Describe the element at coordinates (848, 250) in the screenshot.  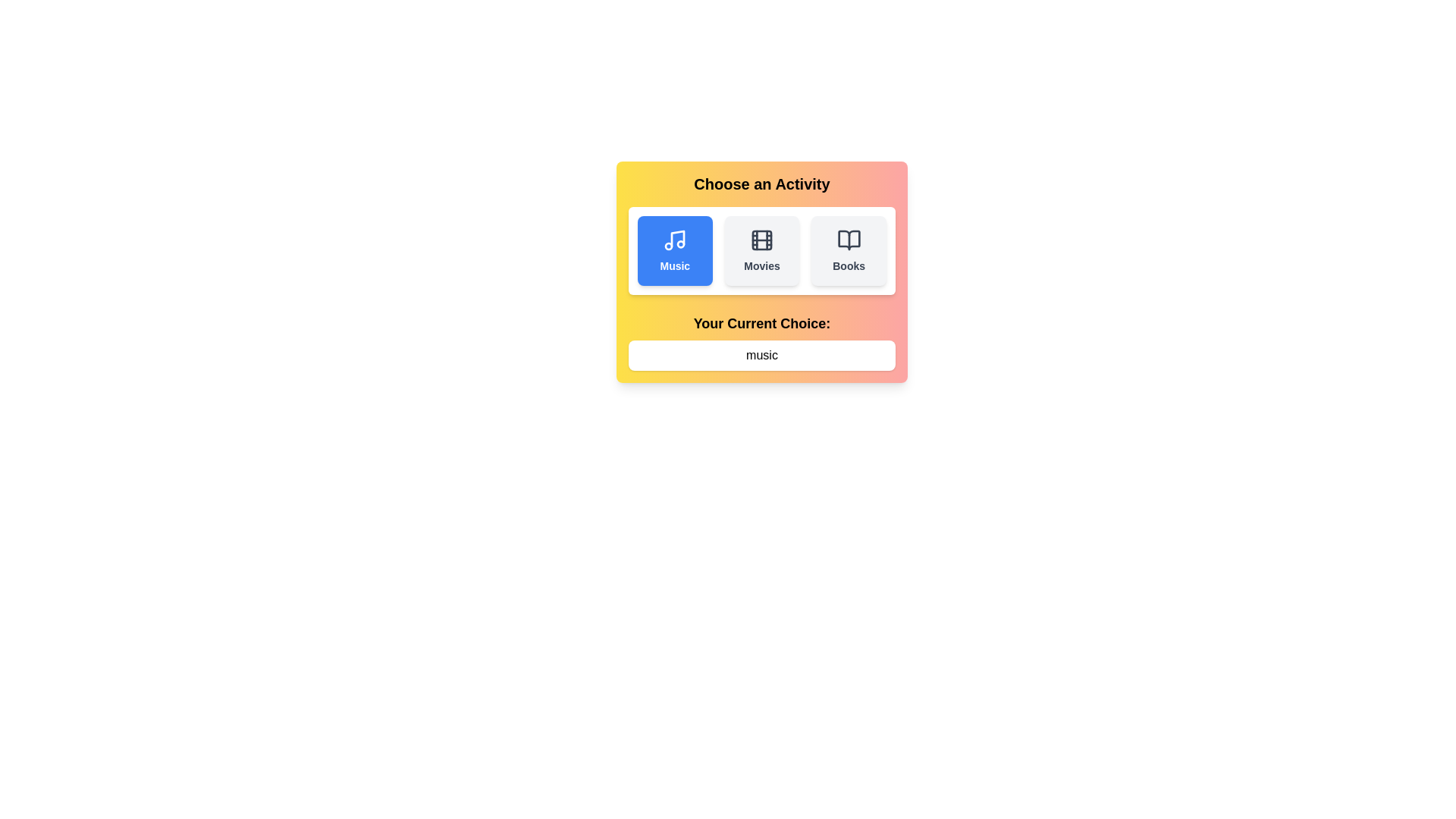
I see `the activity button labeled Books` at that location.